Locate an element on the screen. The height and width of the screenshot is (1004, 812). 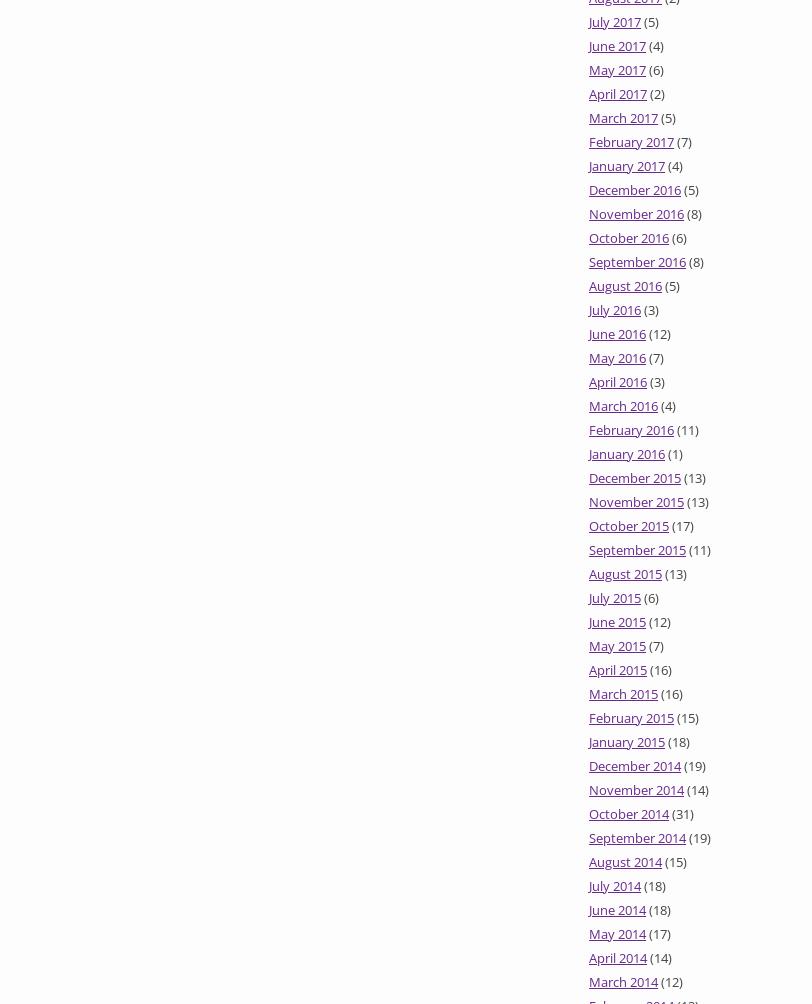
'January 2015' is located at coordinates (627, 740).